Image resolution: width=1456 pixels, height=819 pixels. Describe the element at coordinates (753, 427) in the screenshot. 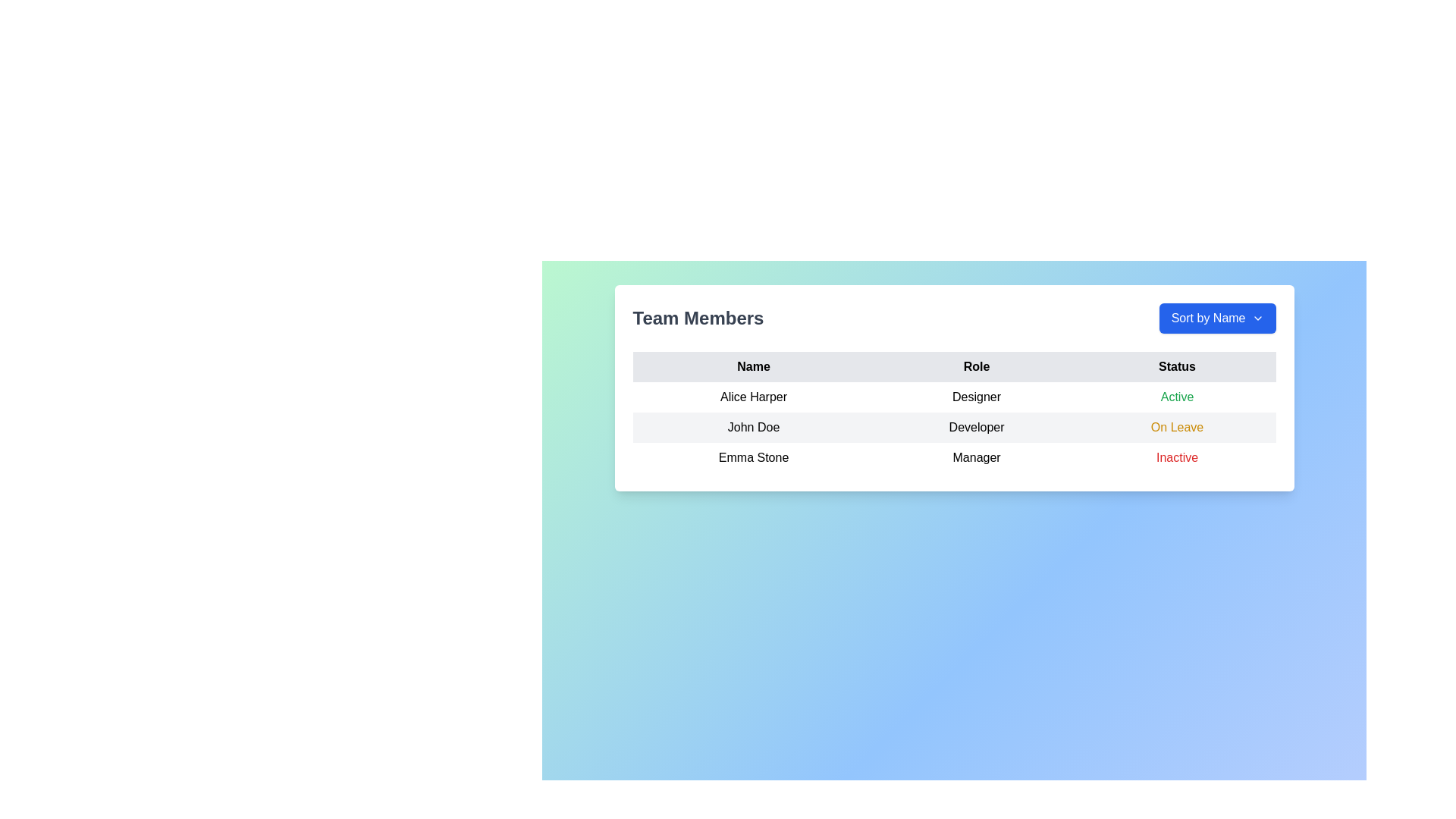

I see `text displayed by the Static text element showing 'John Doe' in the 'Team Members' table under the 'Name' column` at that location.